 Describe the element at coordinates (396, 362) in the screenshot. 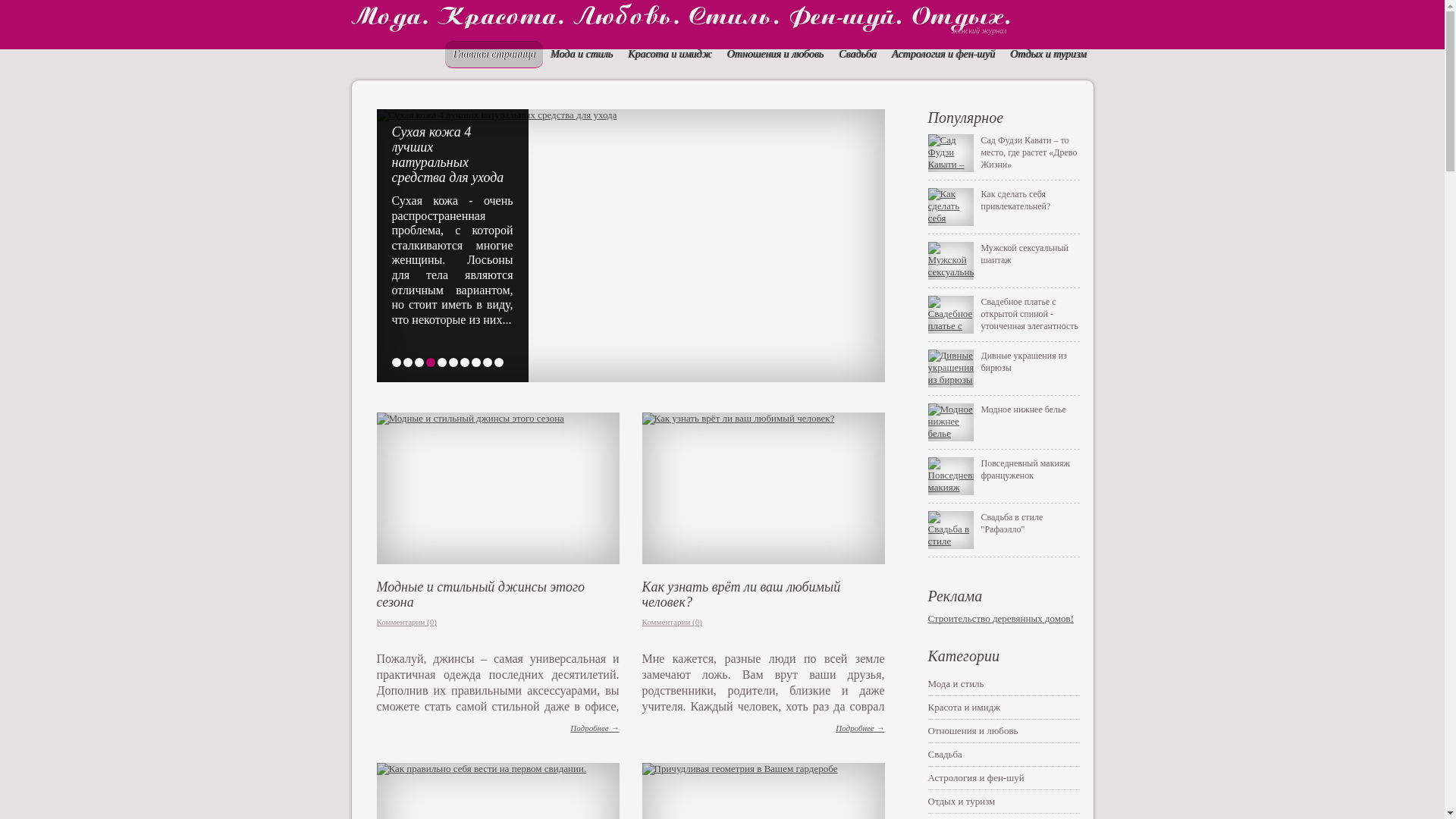

I see `'1'` at that location.